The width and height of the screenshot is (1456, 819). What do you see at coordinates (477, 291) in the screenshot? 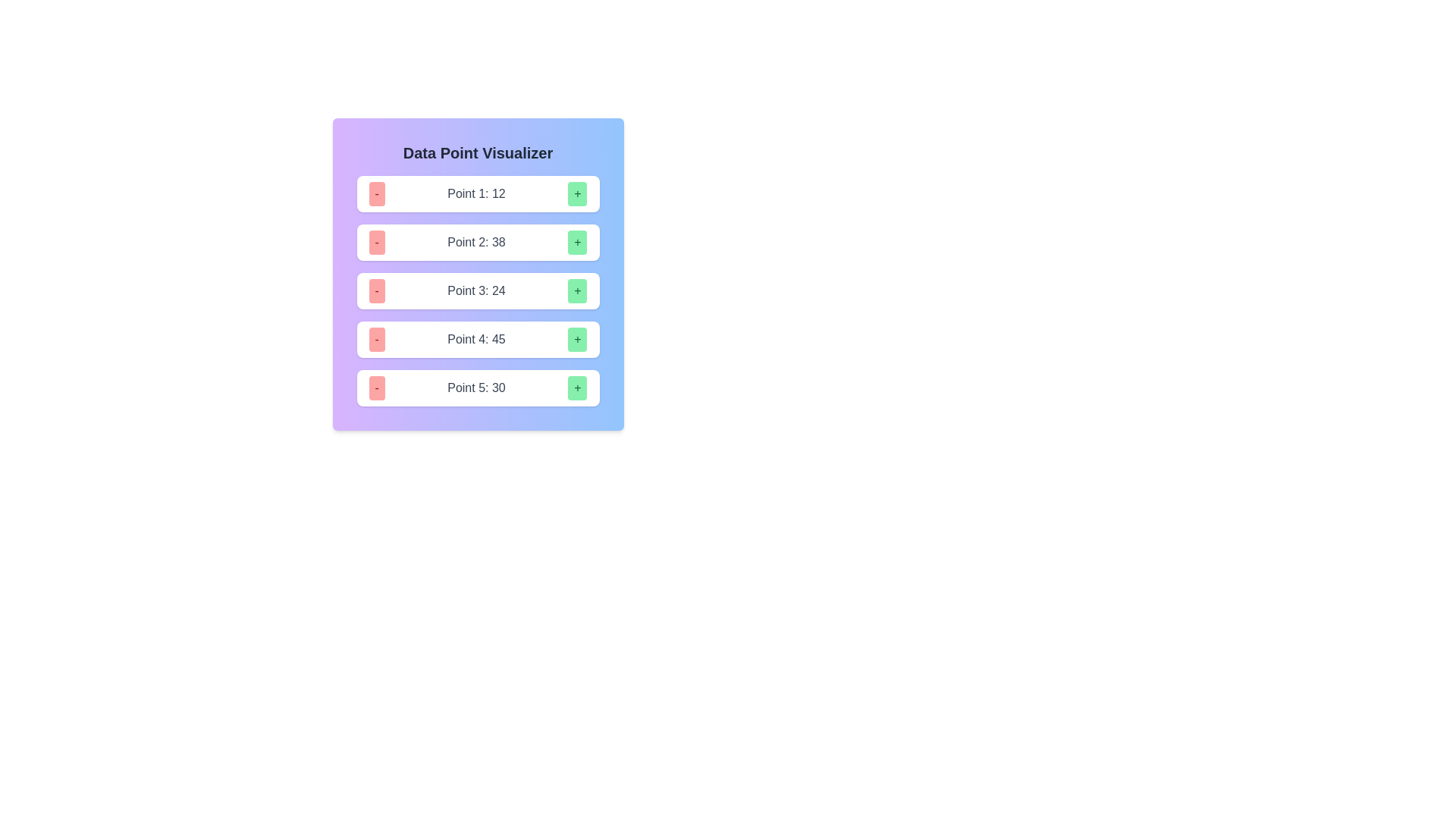
I see `the composite control element containing the buttons '-' and '+' along with the label 'Point 3: 24'` at bounding box center [477, 291].